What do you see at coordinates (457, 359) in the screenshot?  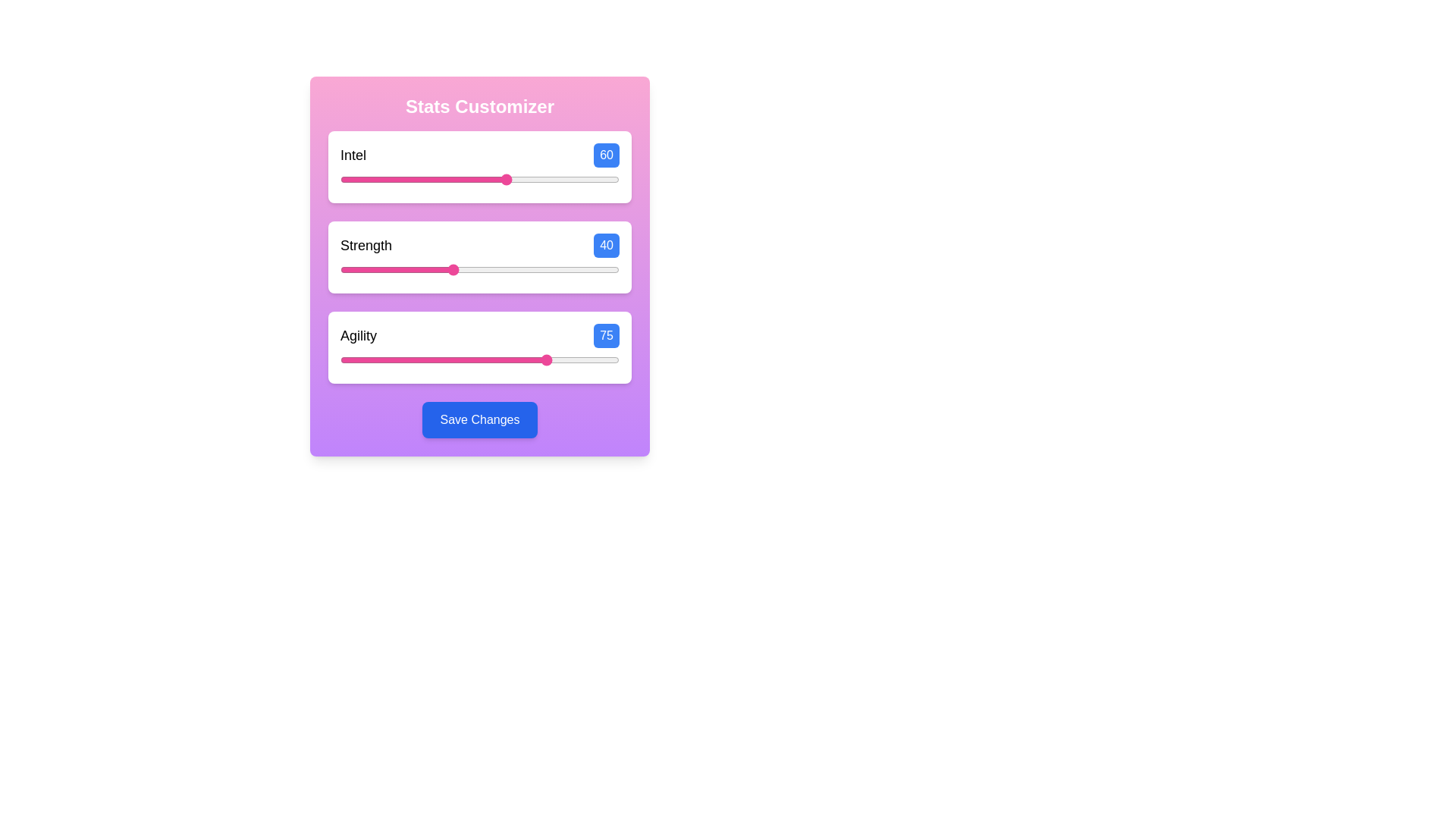 I see `the agility value` at bounding box center [457, 359].